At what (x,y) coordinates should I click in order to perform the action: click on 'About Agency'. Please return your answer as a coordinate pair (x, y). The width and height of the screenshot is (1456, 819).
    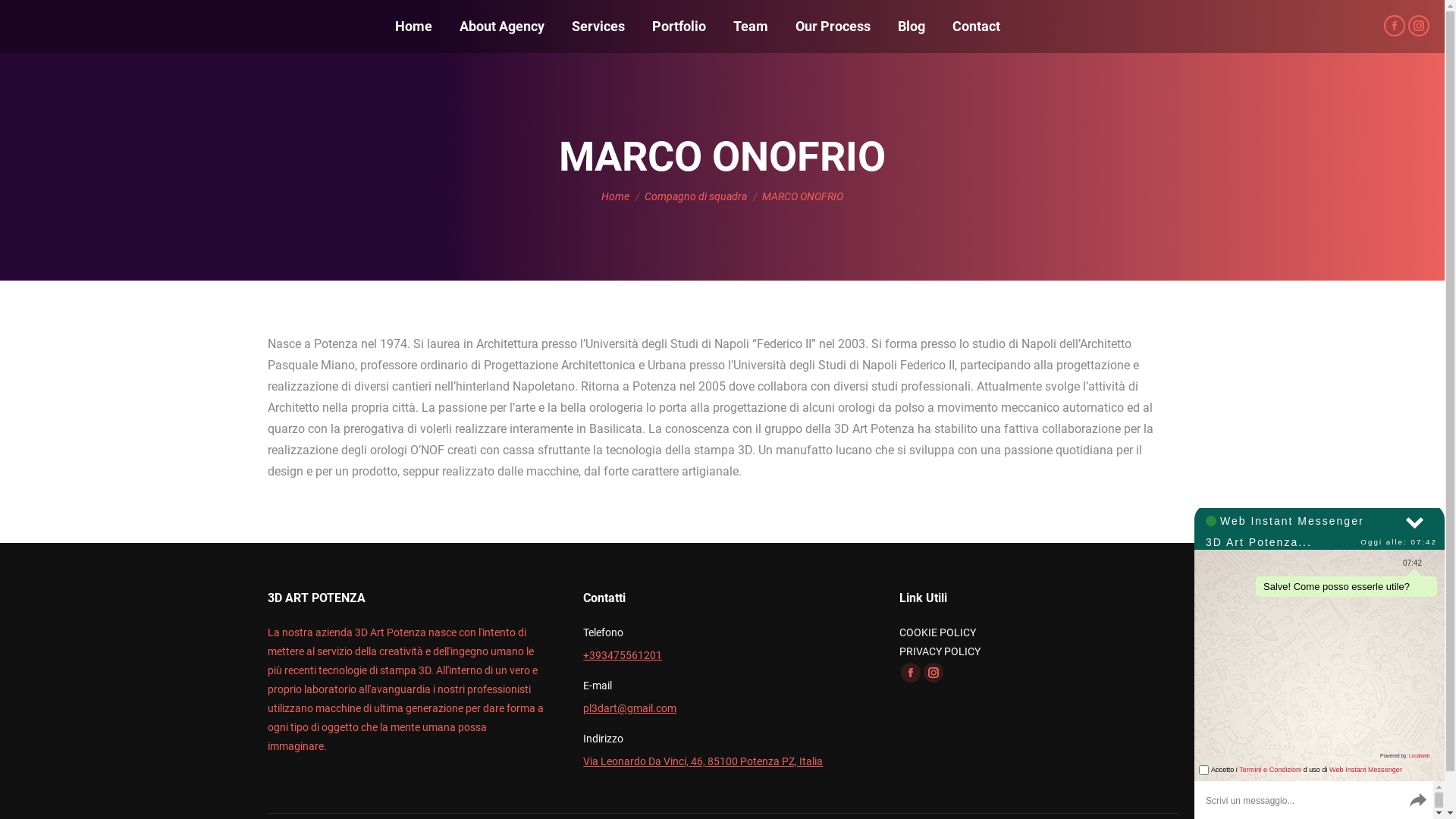
    Looking at the image, I should click on (502, 26).